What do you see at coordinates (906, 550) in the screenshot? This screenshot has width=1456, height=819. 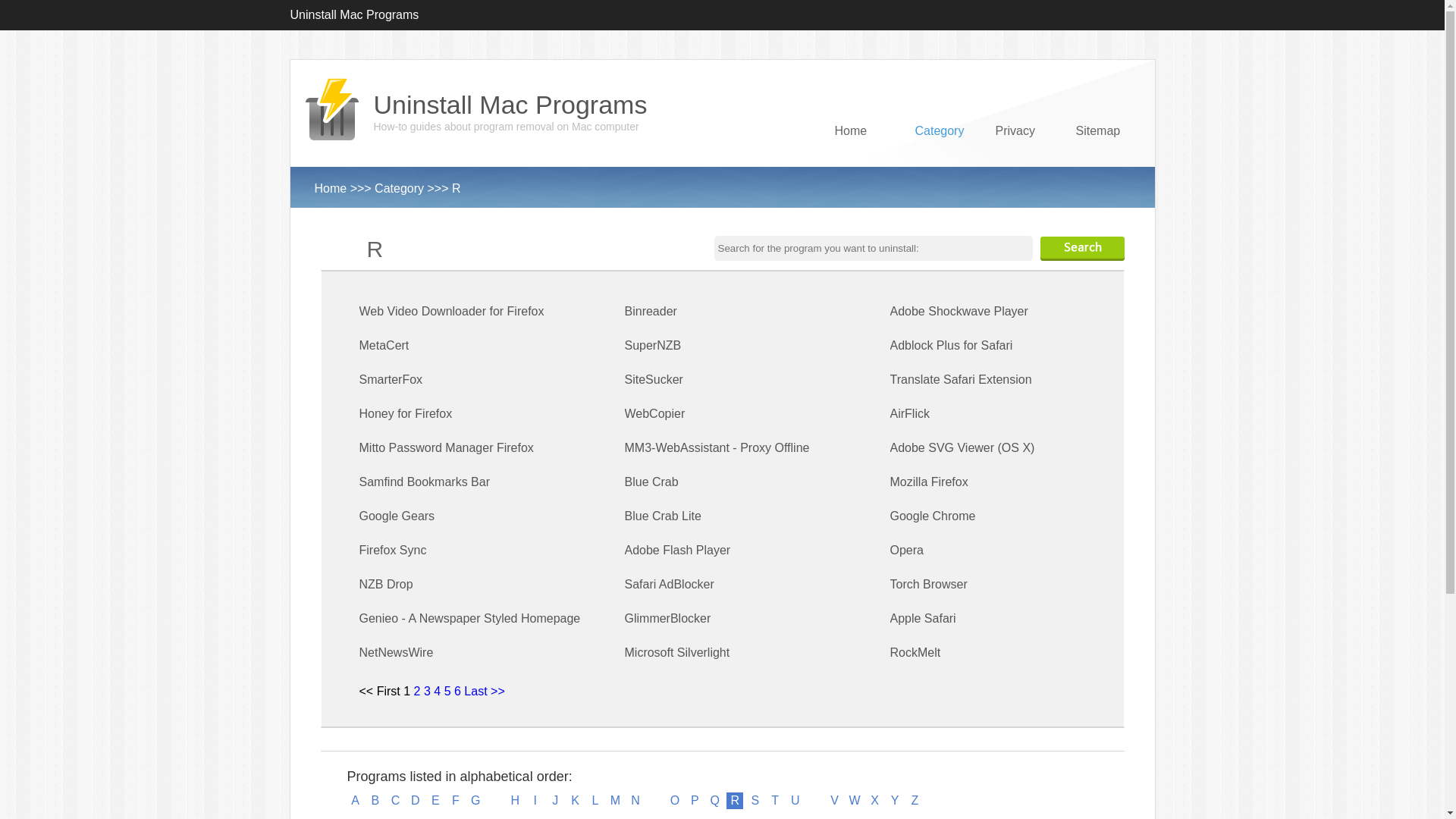 I see `'Opera'` at bounding box center [906, 550].